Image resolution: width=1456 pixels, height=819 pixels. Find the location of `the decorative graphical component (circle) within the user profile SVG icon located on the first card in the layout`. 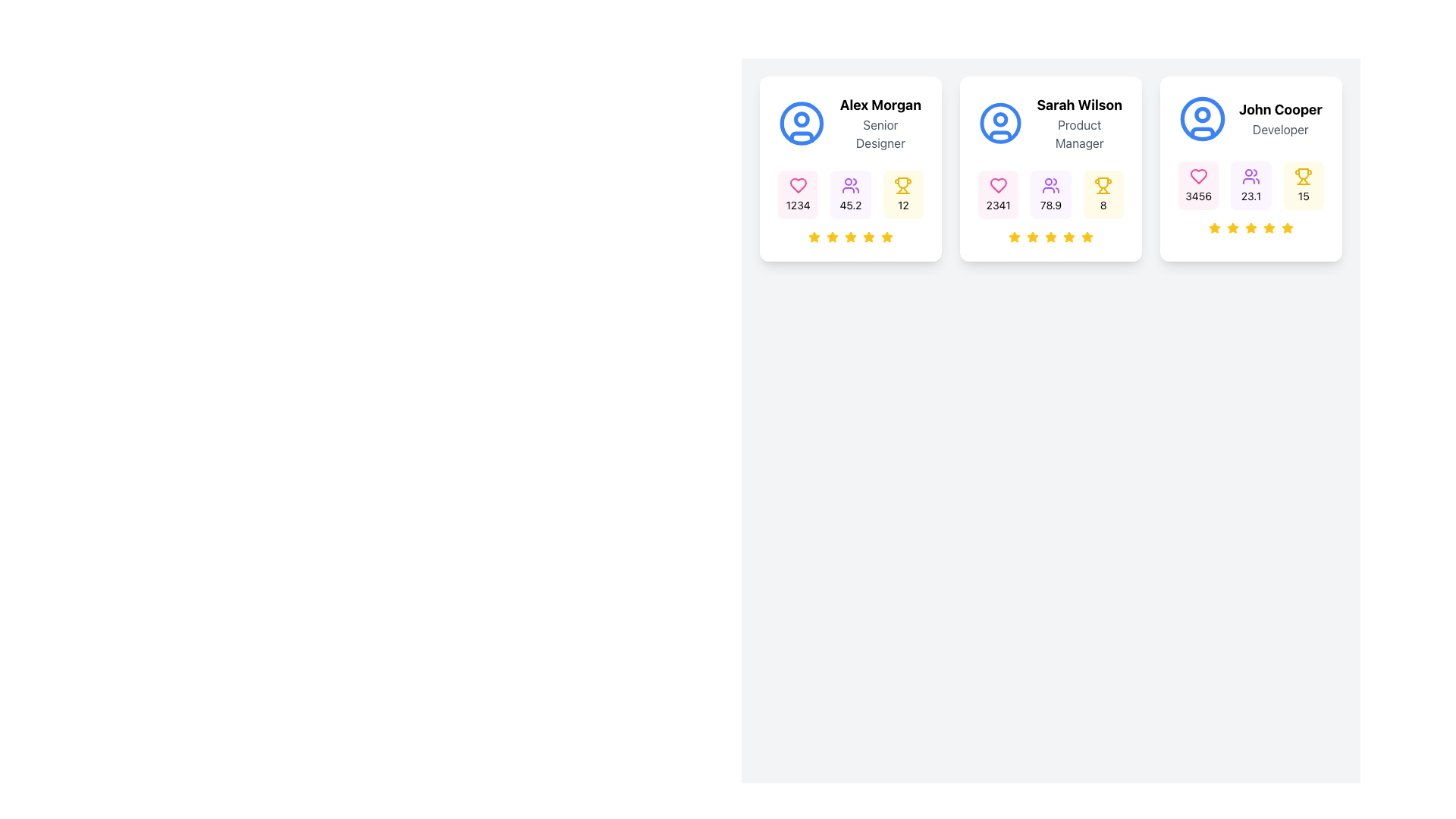

the decorative graphical component (circle) within the user profile SVG icon located on the first card in the layout is located at coordinates (801, 118).